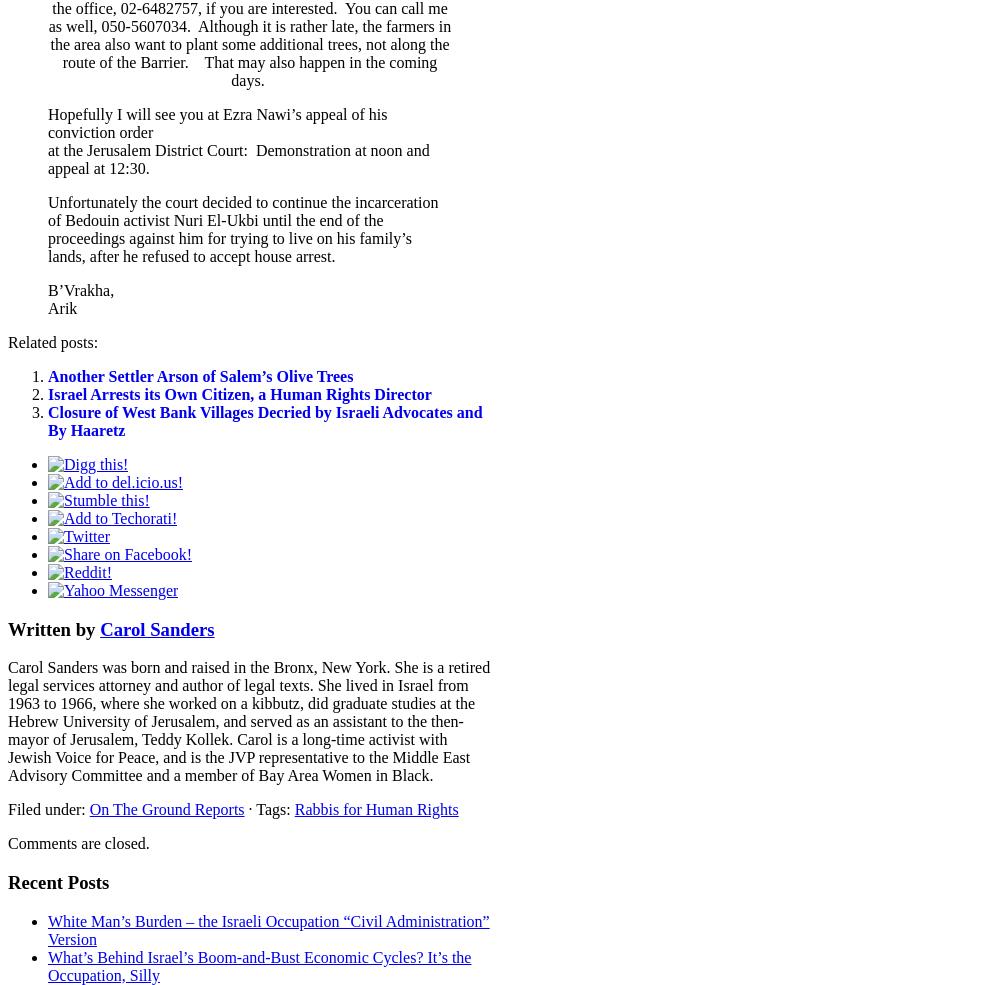 The width and height of the screenshot is (982, 985). What do you see at coordinates (47, 808) in the screenshot?
I see `'Filed under:'` at bounding box center [47, 808].